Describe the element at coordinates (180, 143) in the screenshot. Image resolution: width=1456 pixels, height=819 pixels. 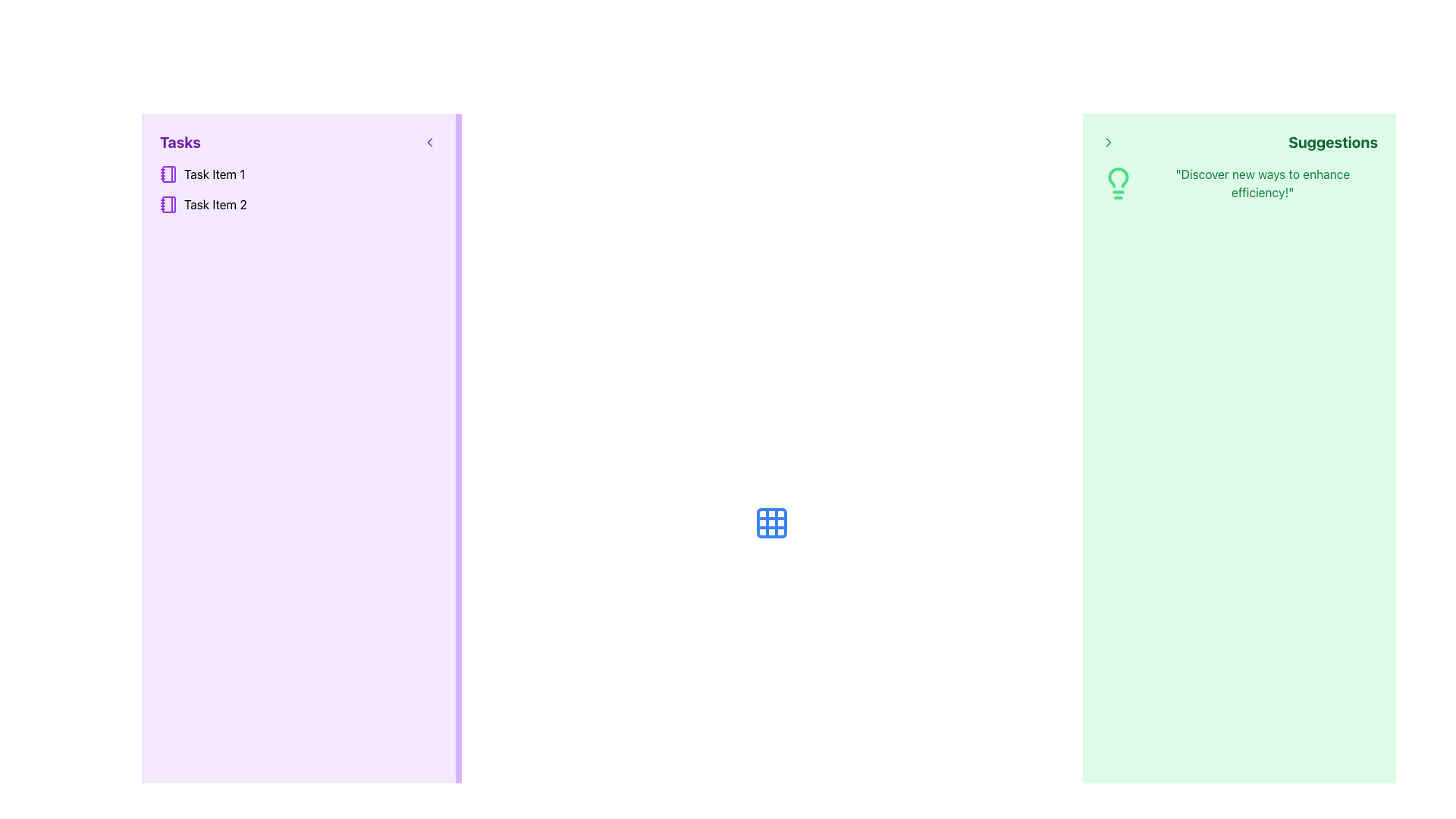
I see `the title text positioned at the top-left corner of the lavender-colored task panel, which is above a list of task items` at that location.